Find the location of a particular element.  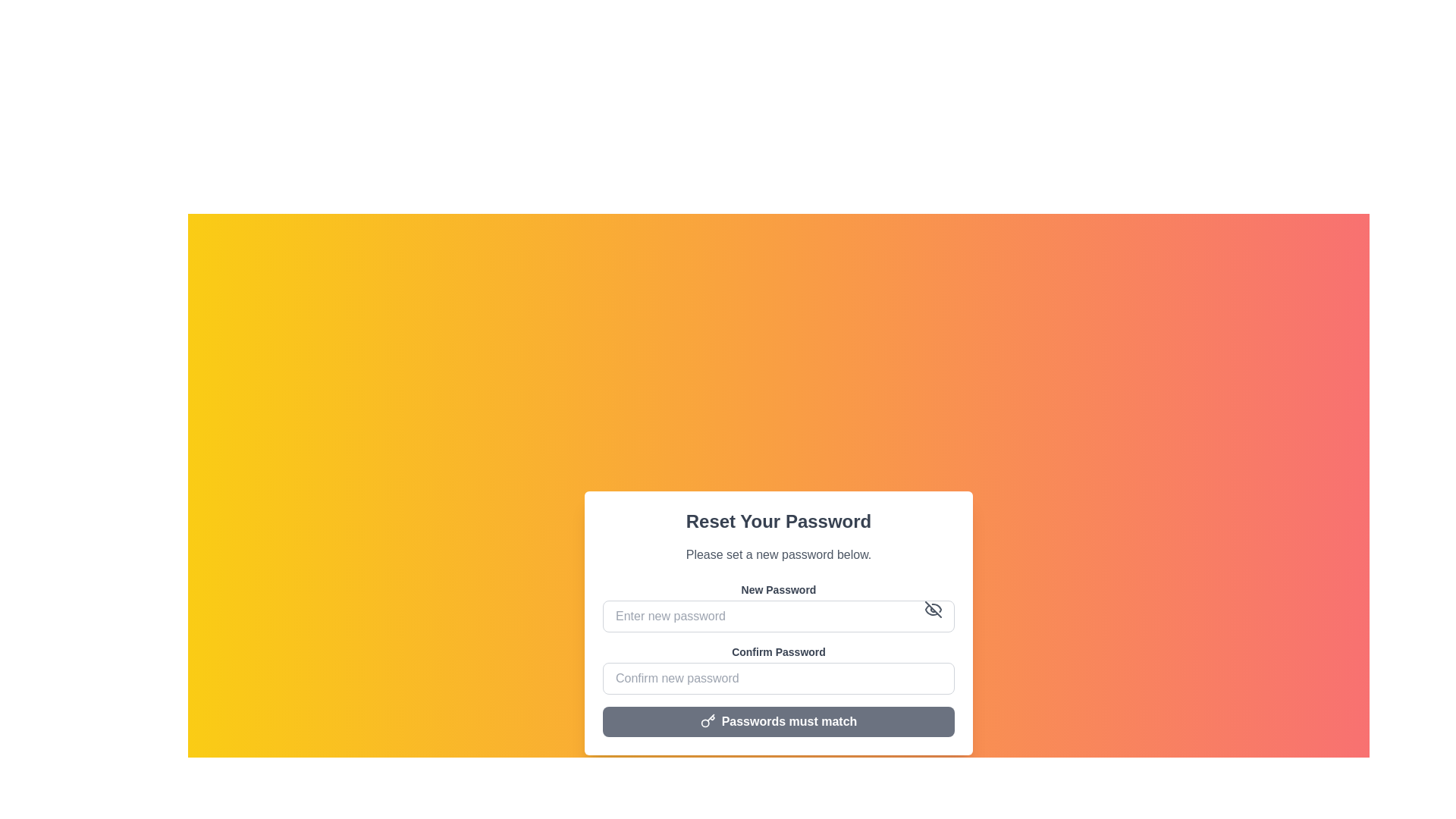

the 'Confirm Password' label, which is located above the input field for confirming the password in the 'Reset Your Password' form is located at coordinates (779, 651).